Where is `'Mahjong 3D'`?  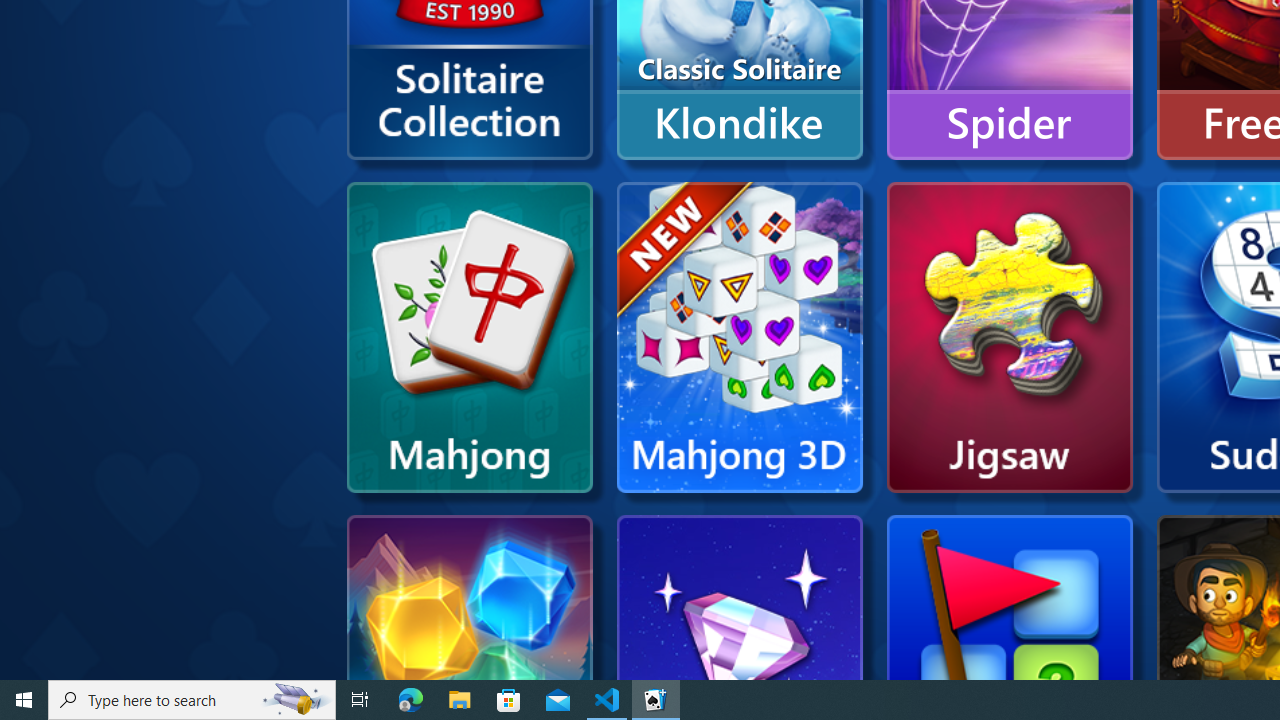 'Mahjong 3D' is located at coordinates (738, 336).